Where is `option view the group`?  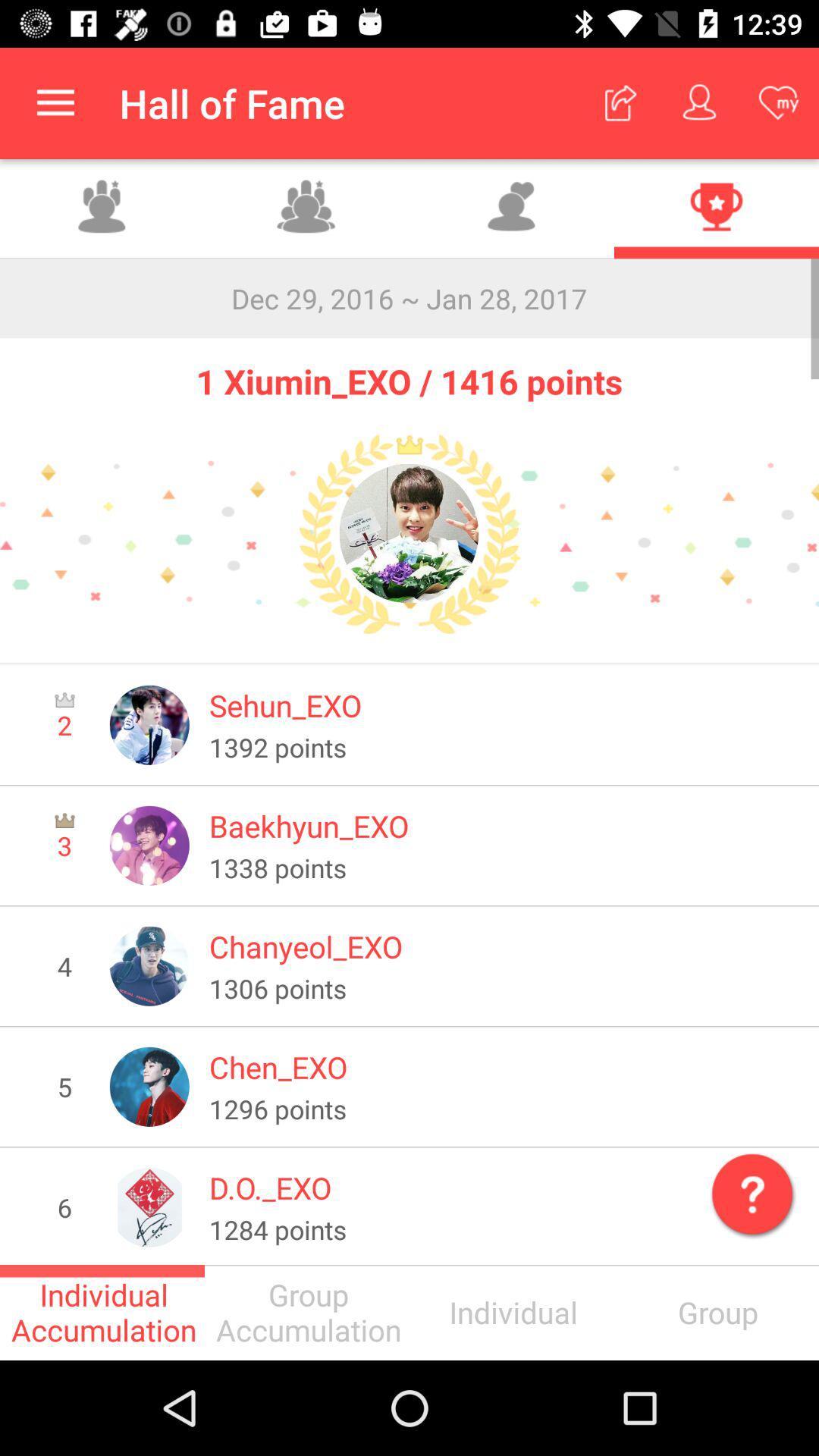
option view the group is located at coordinates (102, 208).